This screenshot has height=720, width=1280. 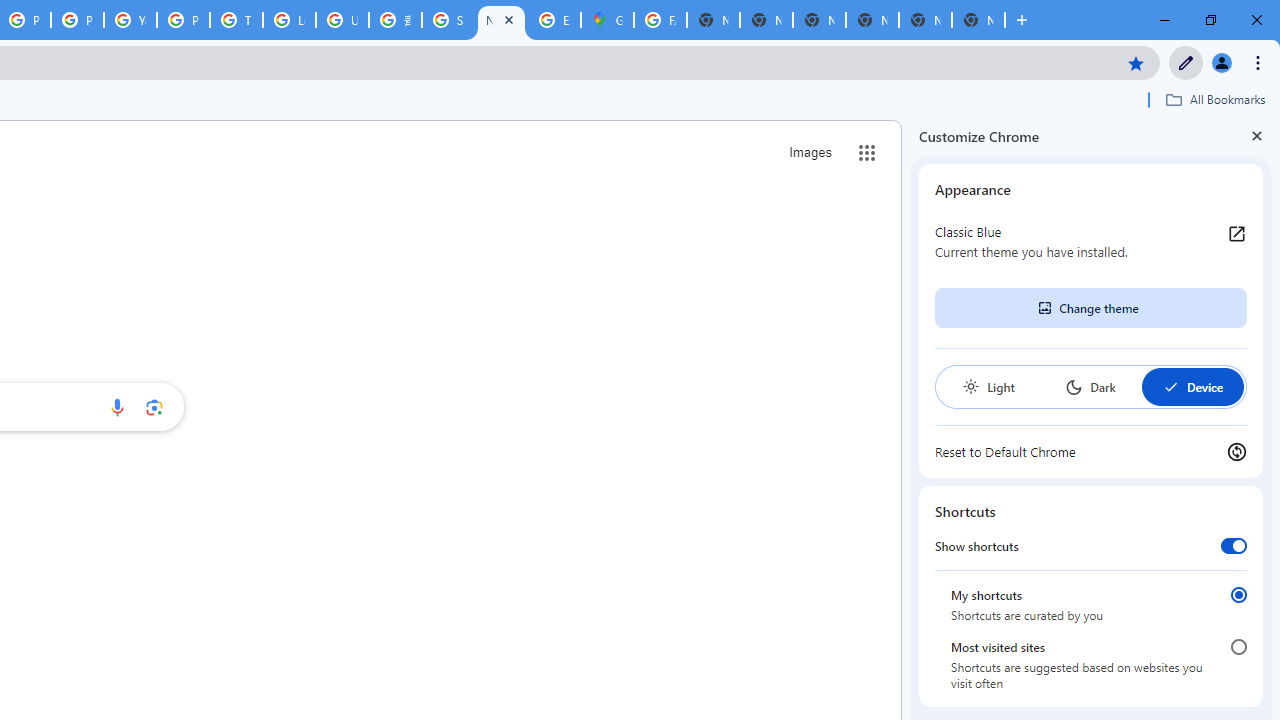 What do you see at coordinates (1232, 545) in the screenshot?
I see `'Show shortcuts'` at bounding box center [1232, 545].